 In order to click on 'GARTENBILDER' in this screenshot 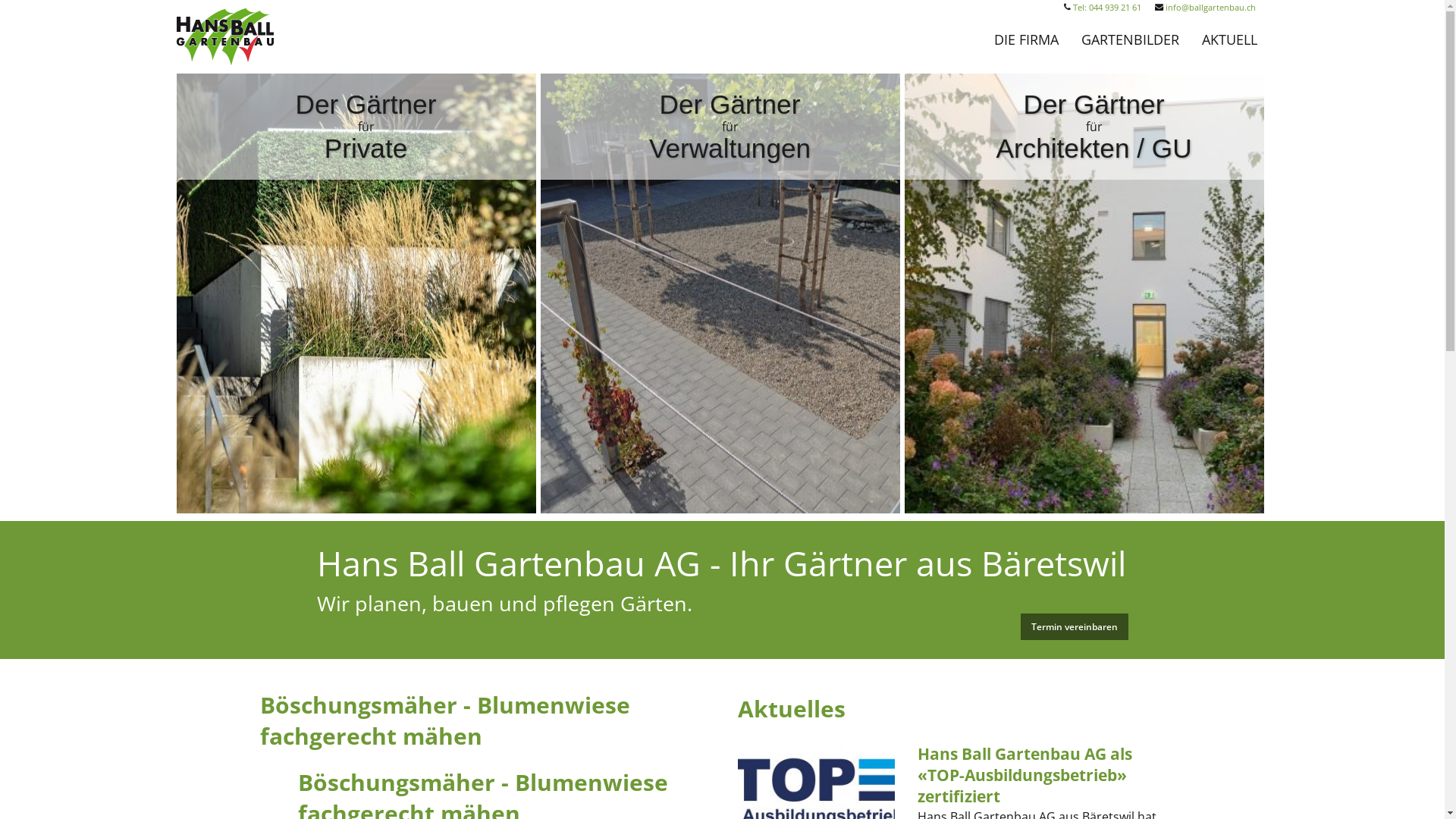, I will do `click(1129, 48)`.